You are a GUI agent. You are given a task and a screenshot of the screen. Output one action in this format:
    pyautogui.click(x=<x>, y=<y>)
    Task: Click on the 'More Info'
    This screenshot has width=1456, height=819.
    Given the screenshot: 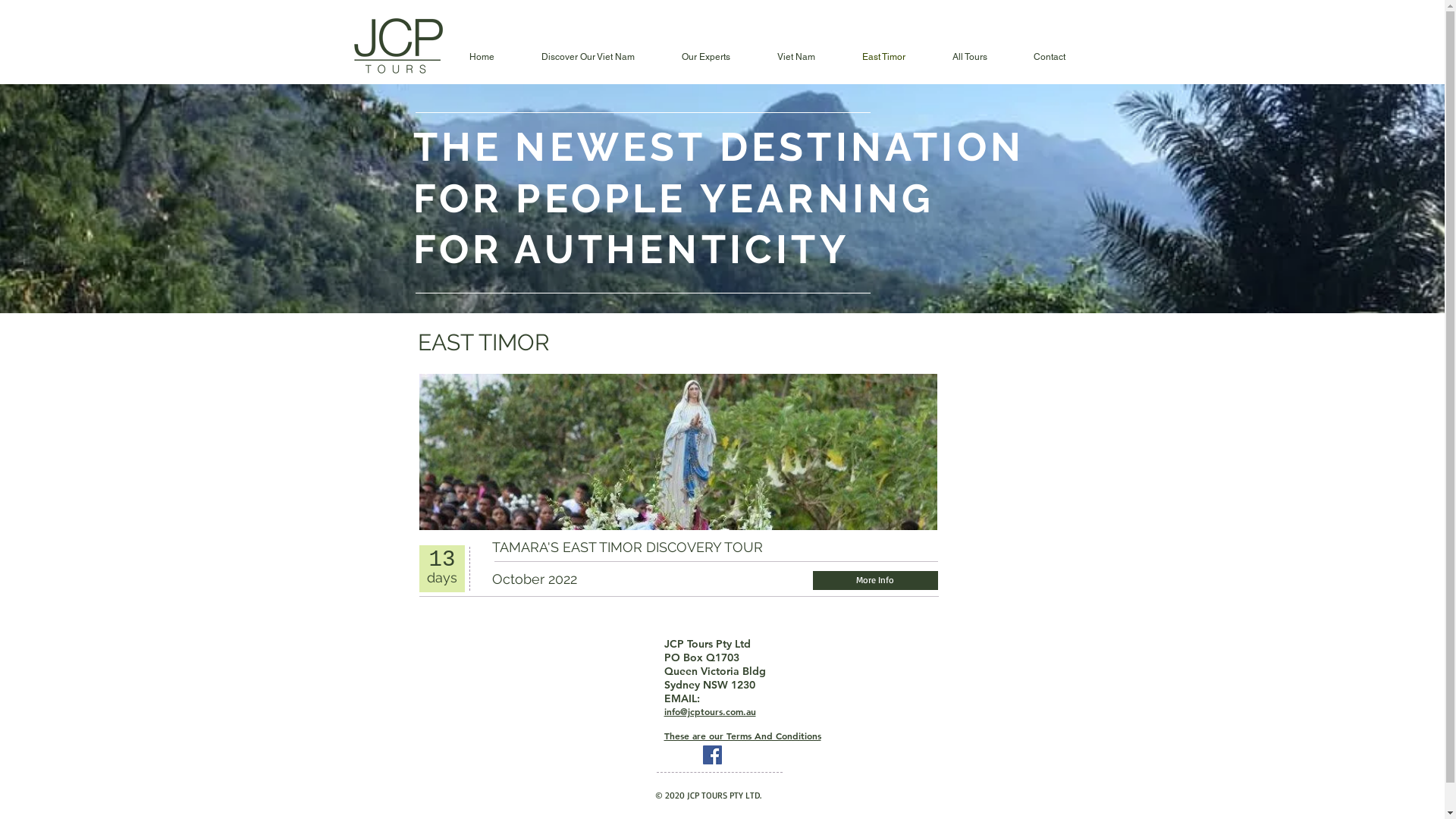 What is the action you would take?
    pyautogui.click(x=811, y=580)
    